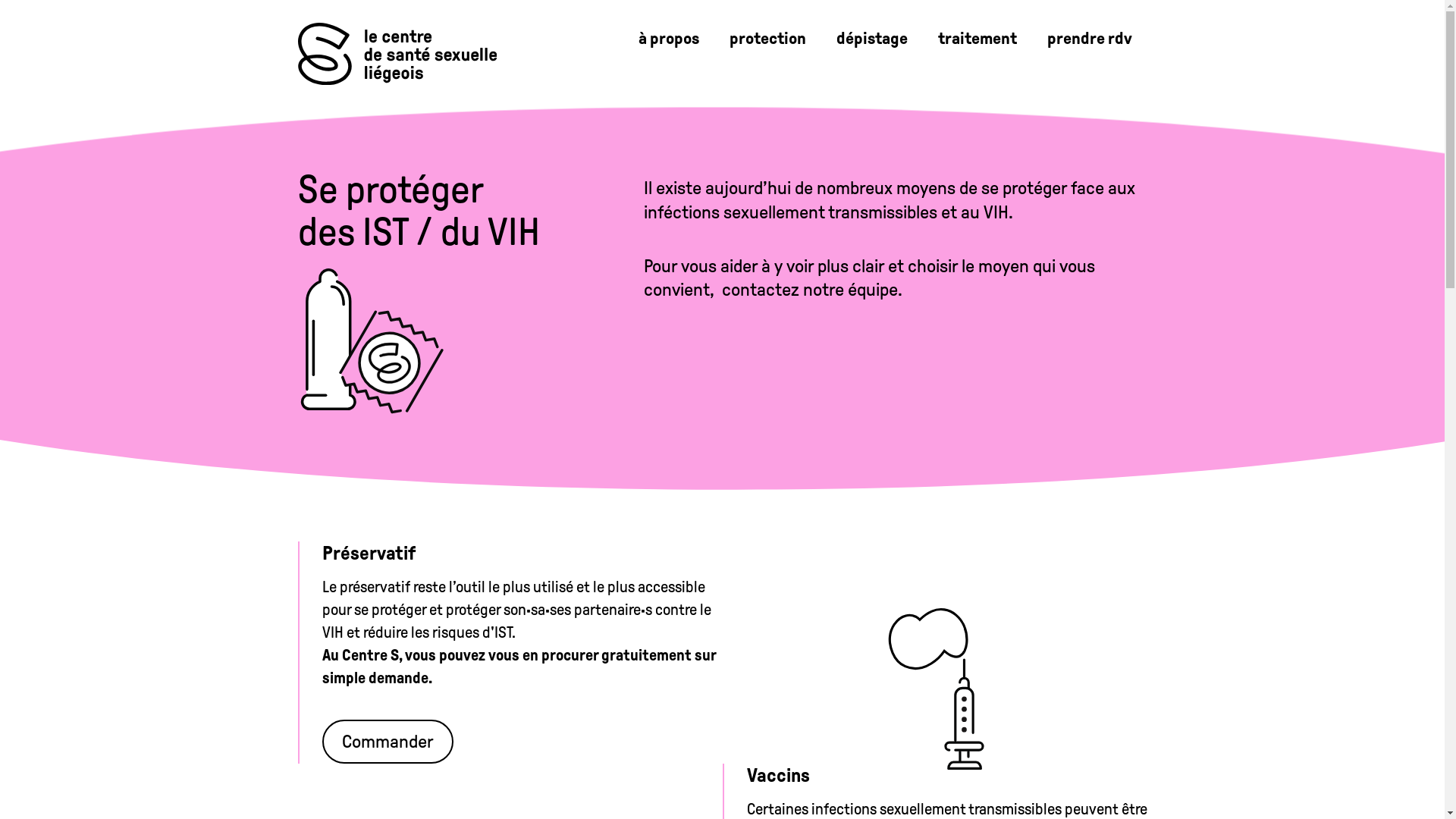  I want to click on 'prendre rdv', so click(1087, 37).